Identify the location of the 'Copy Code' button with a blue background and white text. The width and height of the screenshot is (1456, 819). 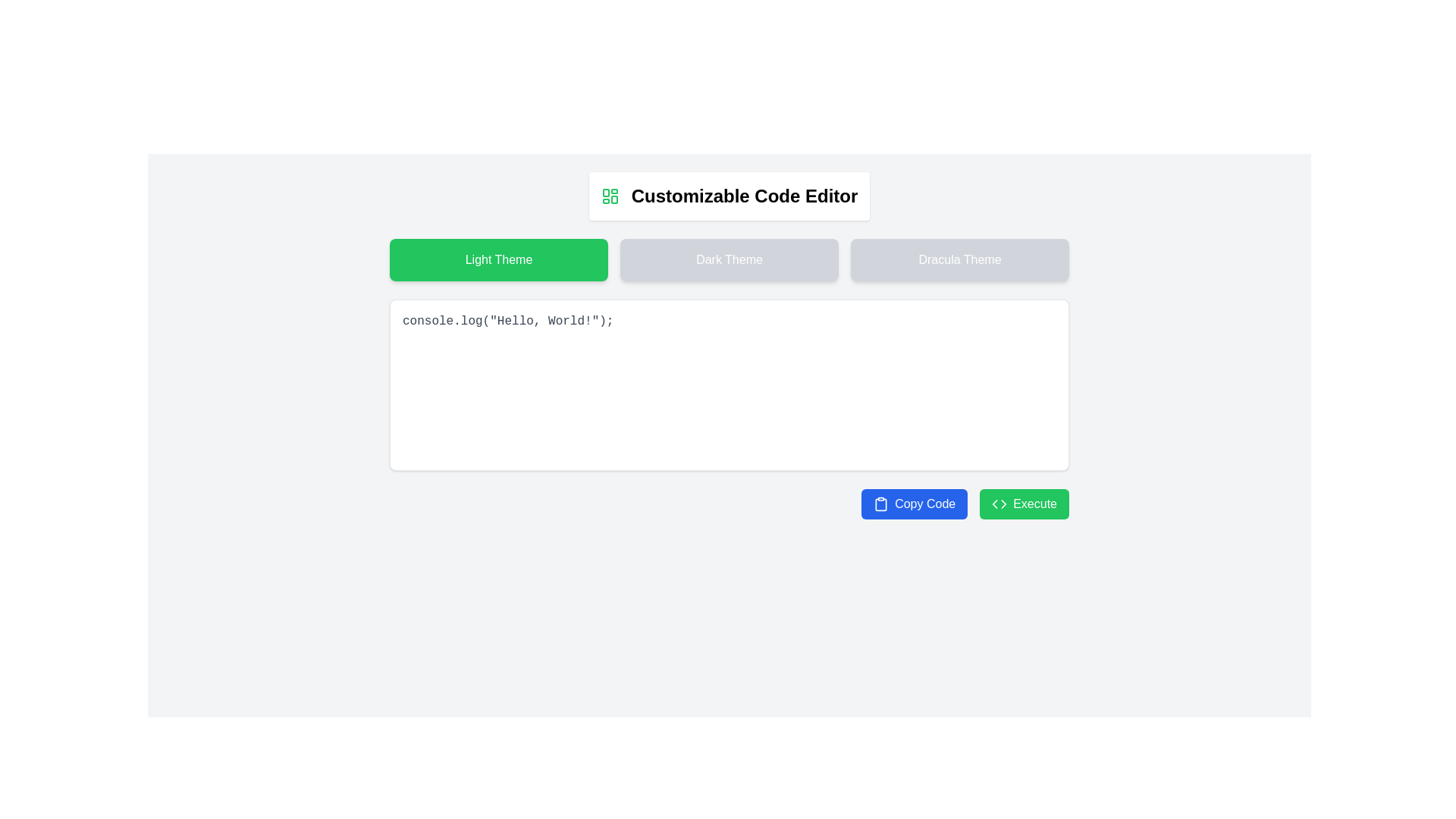
(914, 504).